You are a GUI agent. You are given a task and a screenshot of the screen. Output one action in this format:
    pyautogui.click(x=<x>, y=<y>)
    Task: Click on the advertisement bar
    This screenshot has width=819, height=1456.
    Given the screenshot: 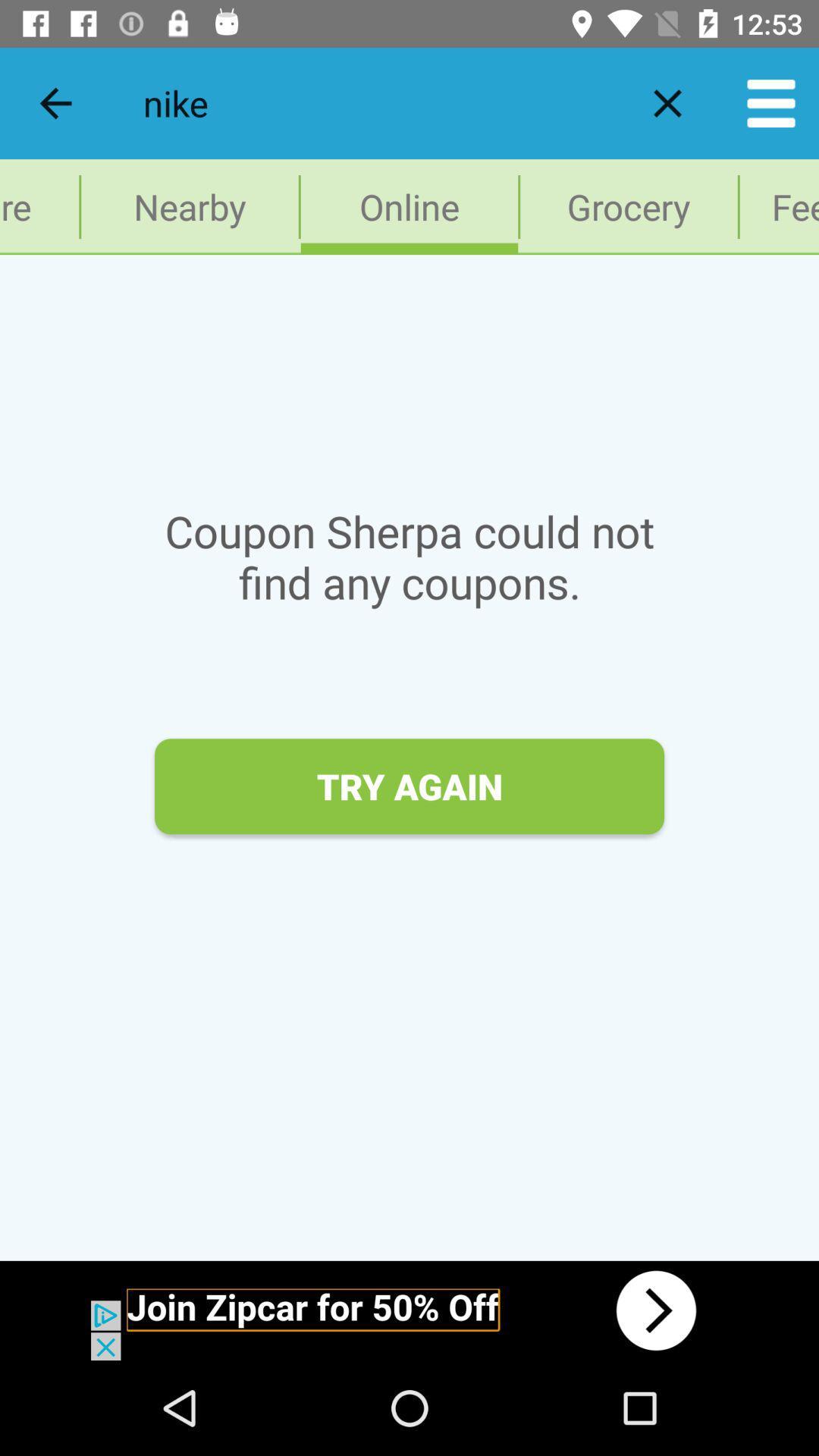 What is the action you would take?
    pyautogui.click(x=409, y=1310)
    